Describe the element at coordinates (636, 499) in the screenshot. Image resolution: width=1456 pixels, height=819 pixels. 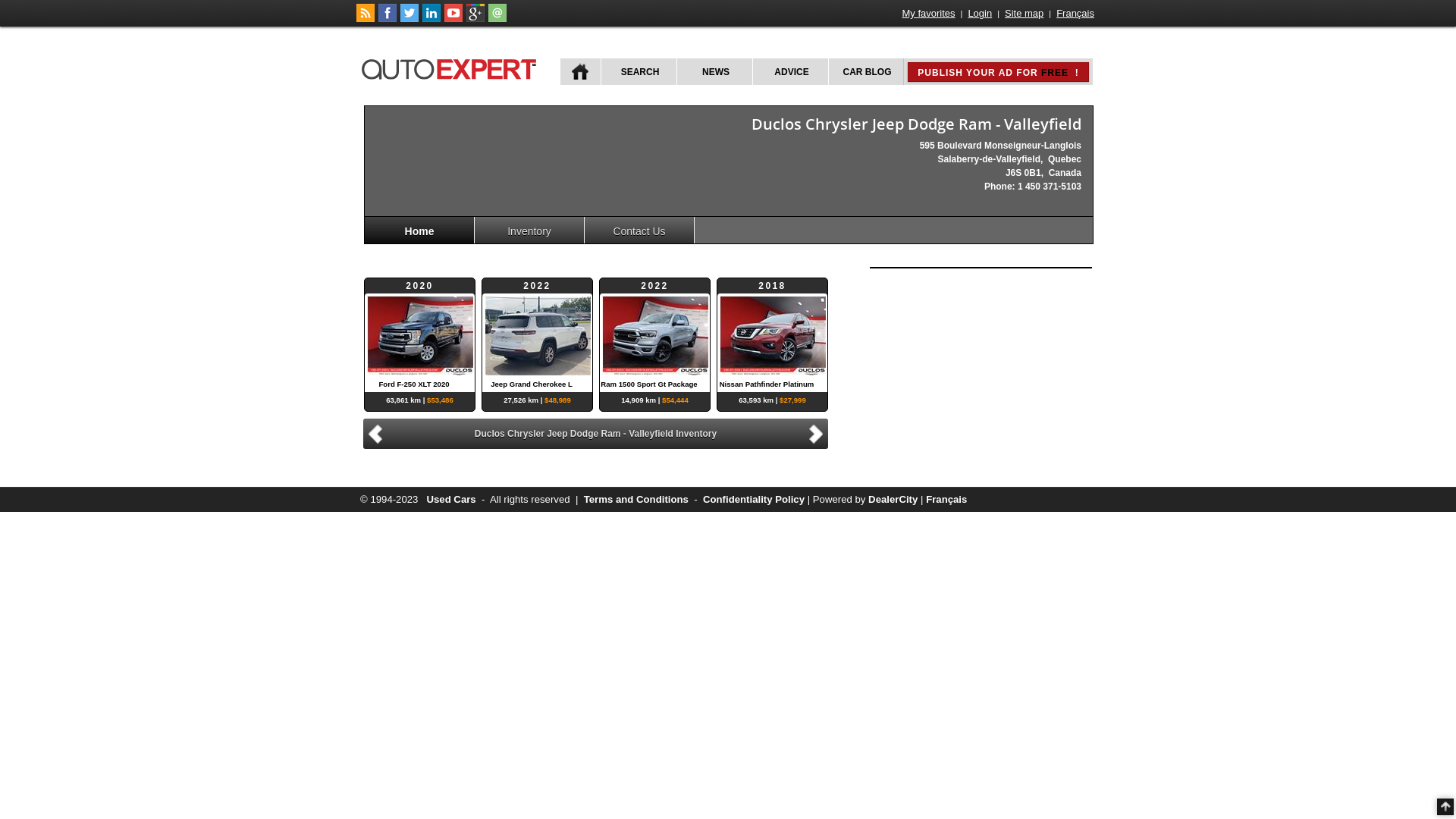
I see `'Terms and Conditions'` at that location.